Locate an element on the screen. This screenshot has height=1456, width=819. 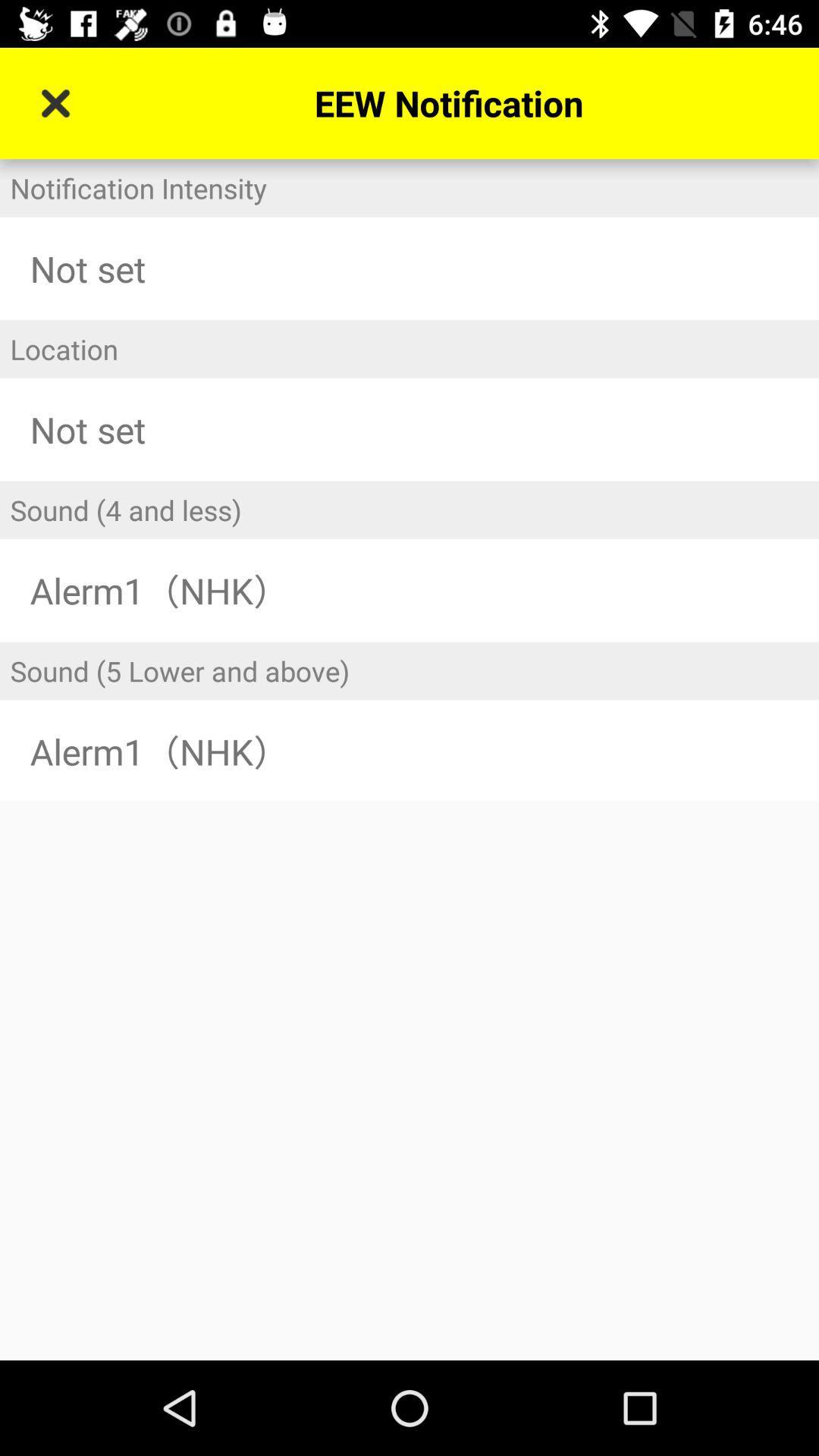
the notification intensity is located at coordinates (409, 187).